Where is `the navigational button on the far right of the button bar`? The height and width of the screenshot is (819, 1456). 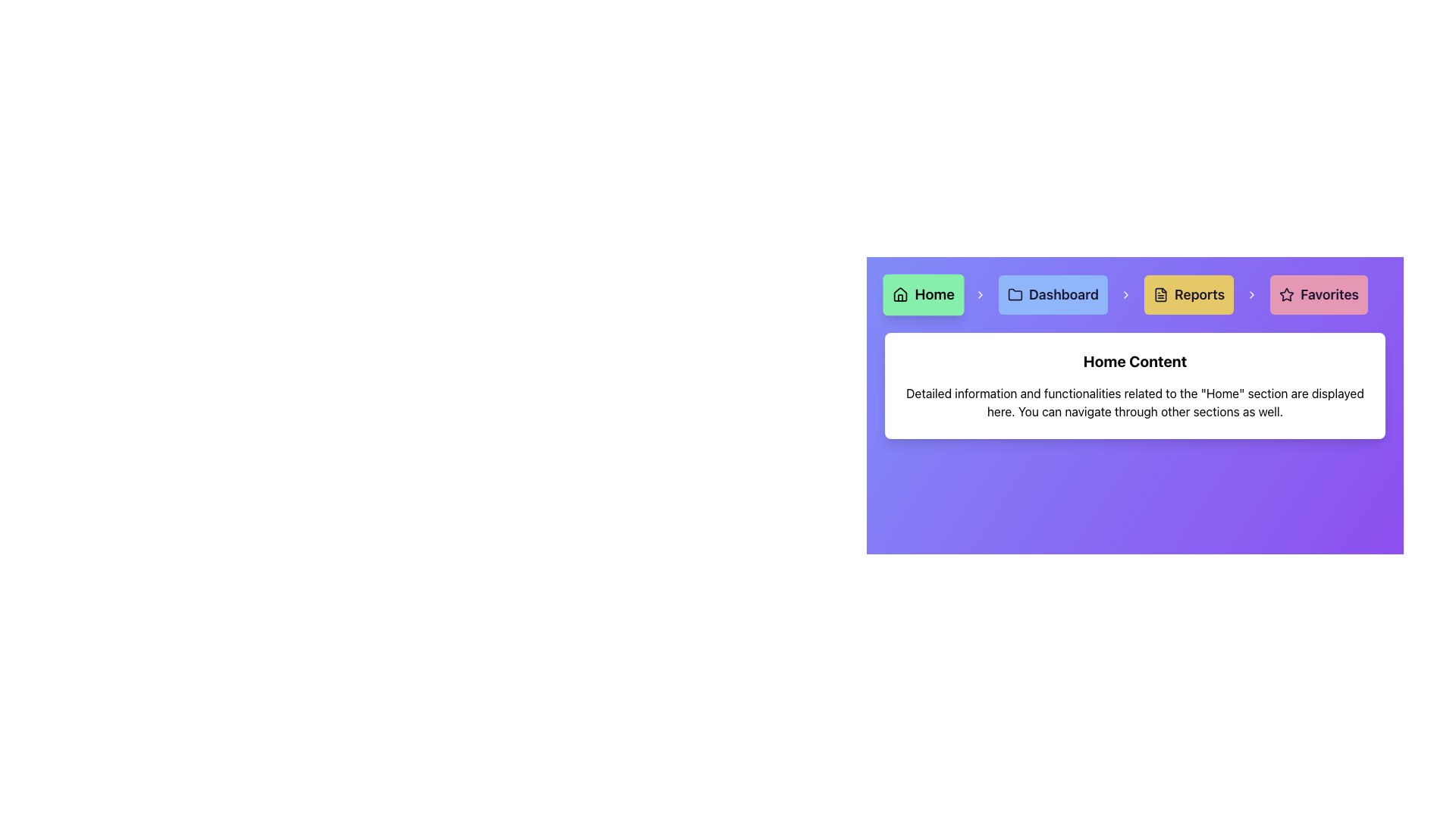 the navigational button on the far right of the button bar is located at coordinates (1317, 295).